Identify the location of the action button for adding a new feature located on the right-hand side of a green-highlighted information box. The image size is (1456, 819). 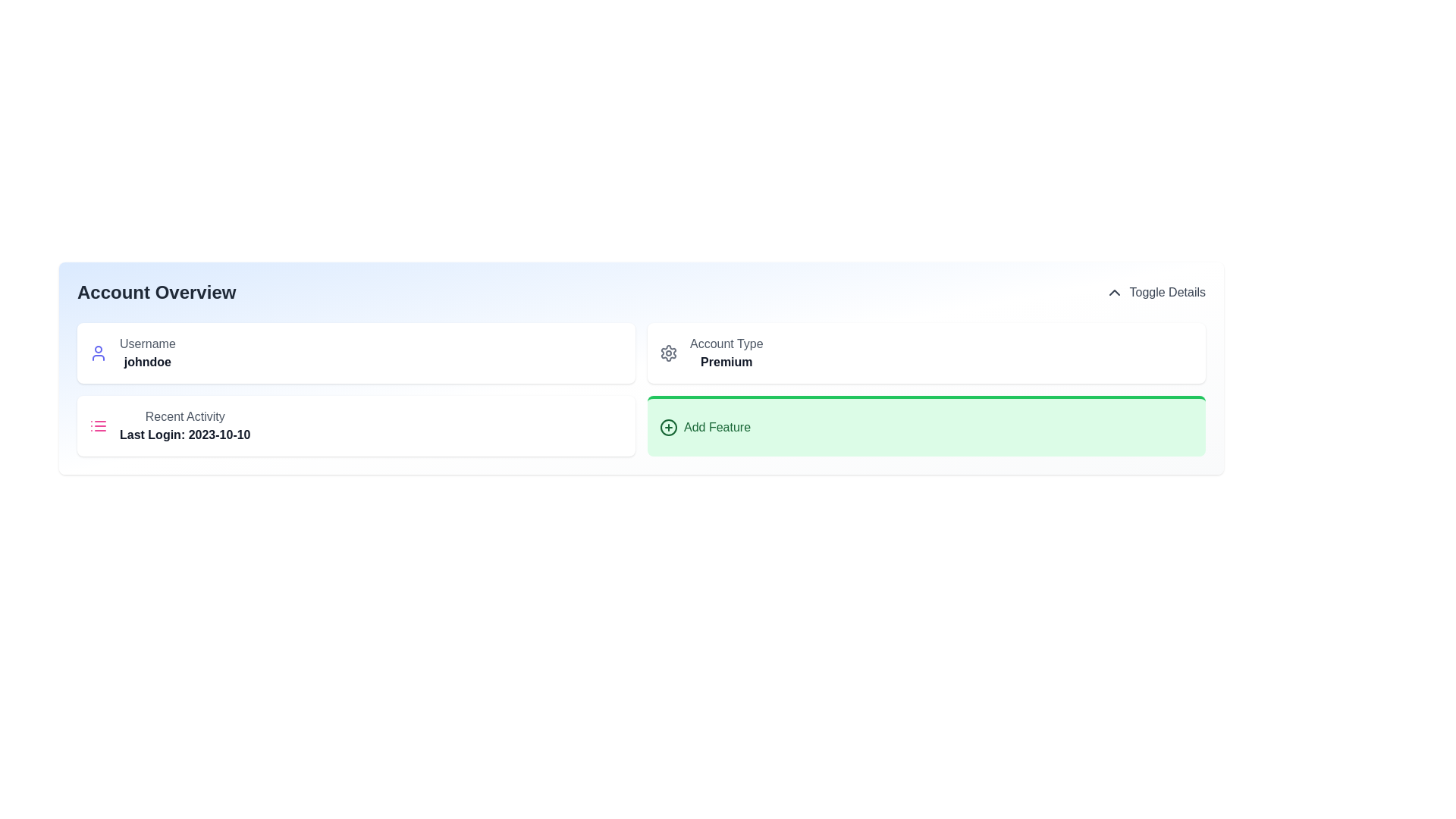
(704, 427).